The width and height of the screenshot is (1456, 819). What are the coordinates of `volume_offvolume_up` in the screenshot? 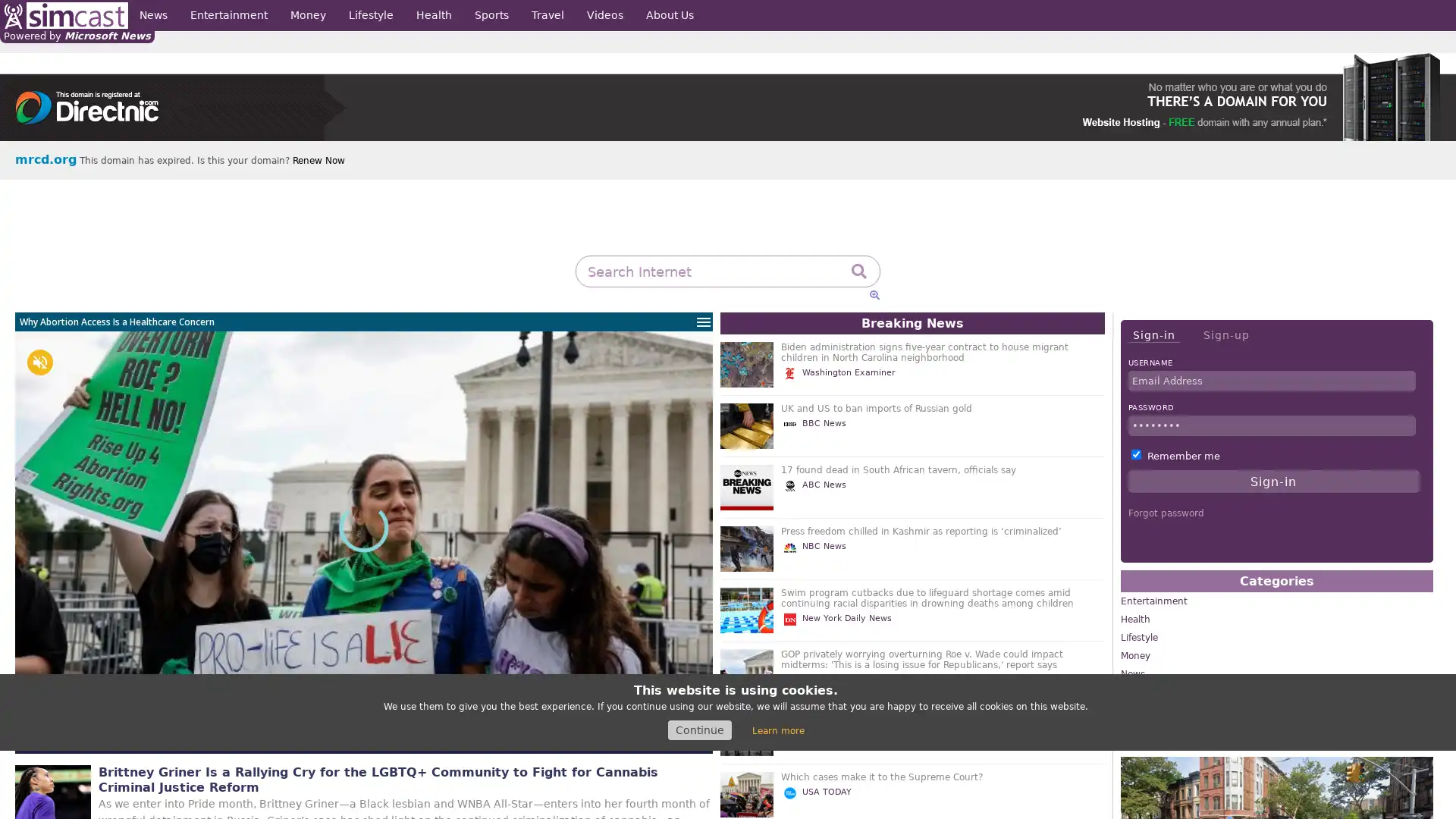 It's located at (39, 362).